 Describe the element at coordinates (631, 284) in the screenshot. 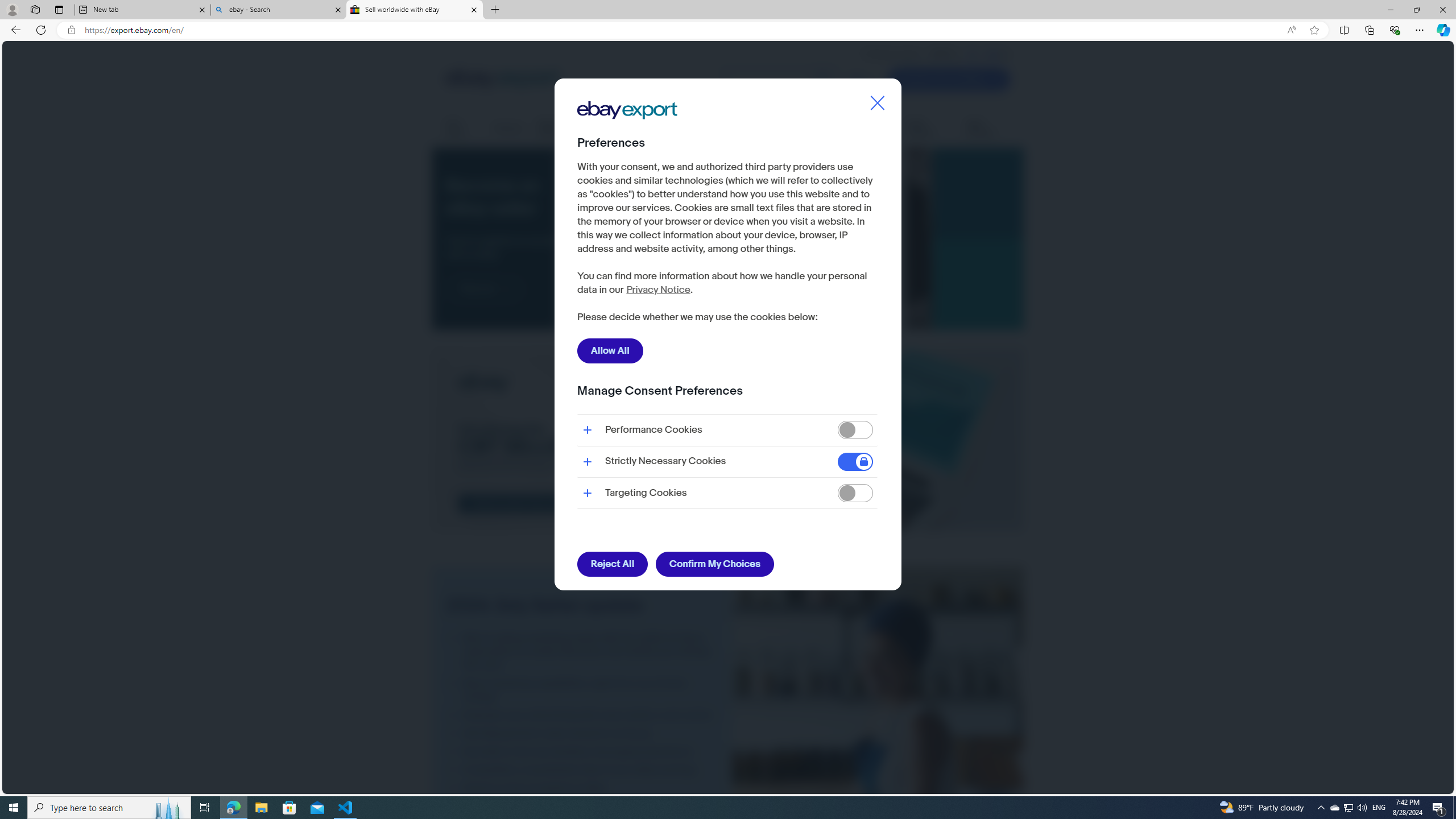

I see `'here'` at that location.